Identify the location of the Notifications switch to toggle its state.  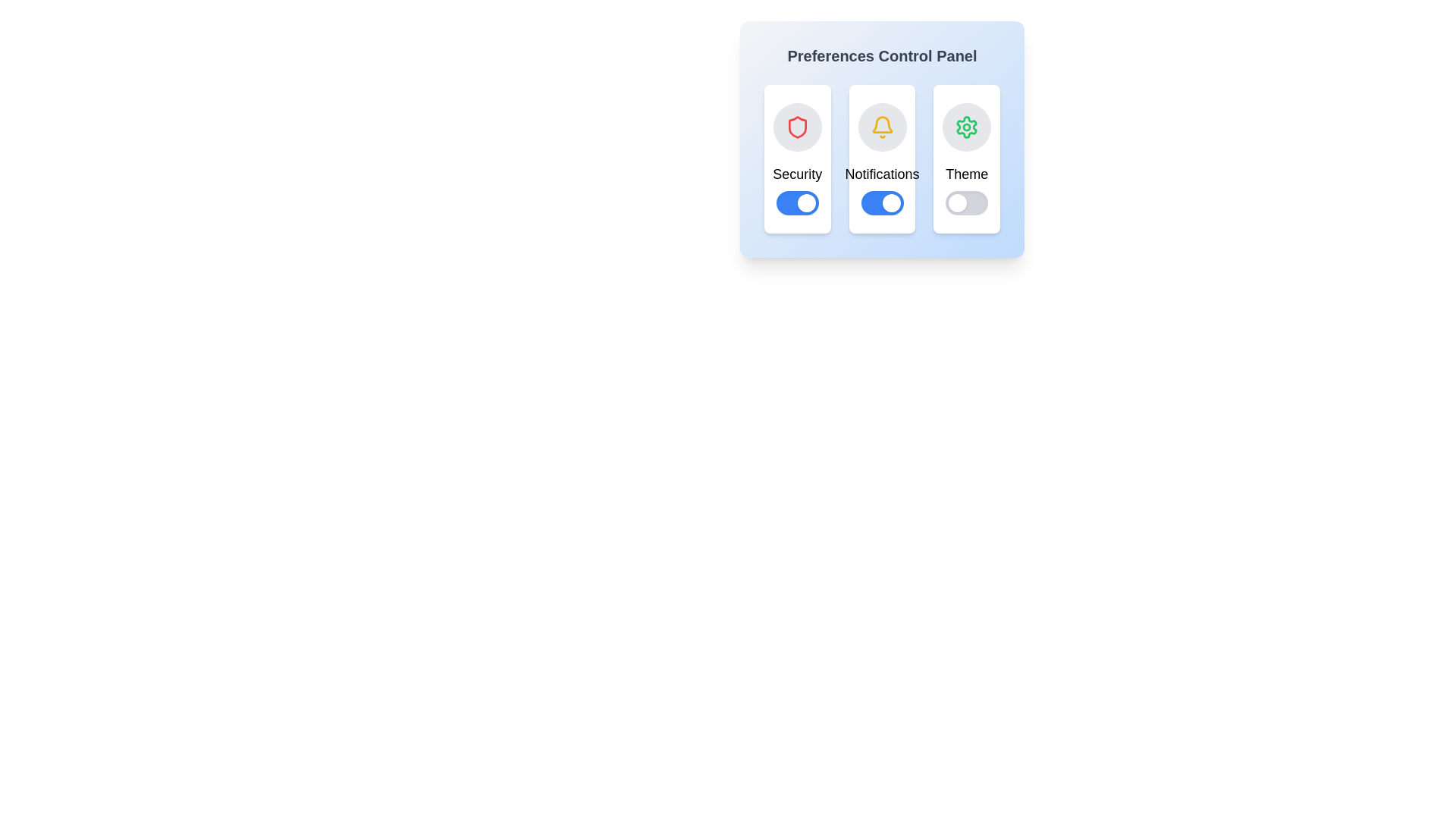
(882, 202).